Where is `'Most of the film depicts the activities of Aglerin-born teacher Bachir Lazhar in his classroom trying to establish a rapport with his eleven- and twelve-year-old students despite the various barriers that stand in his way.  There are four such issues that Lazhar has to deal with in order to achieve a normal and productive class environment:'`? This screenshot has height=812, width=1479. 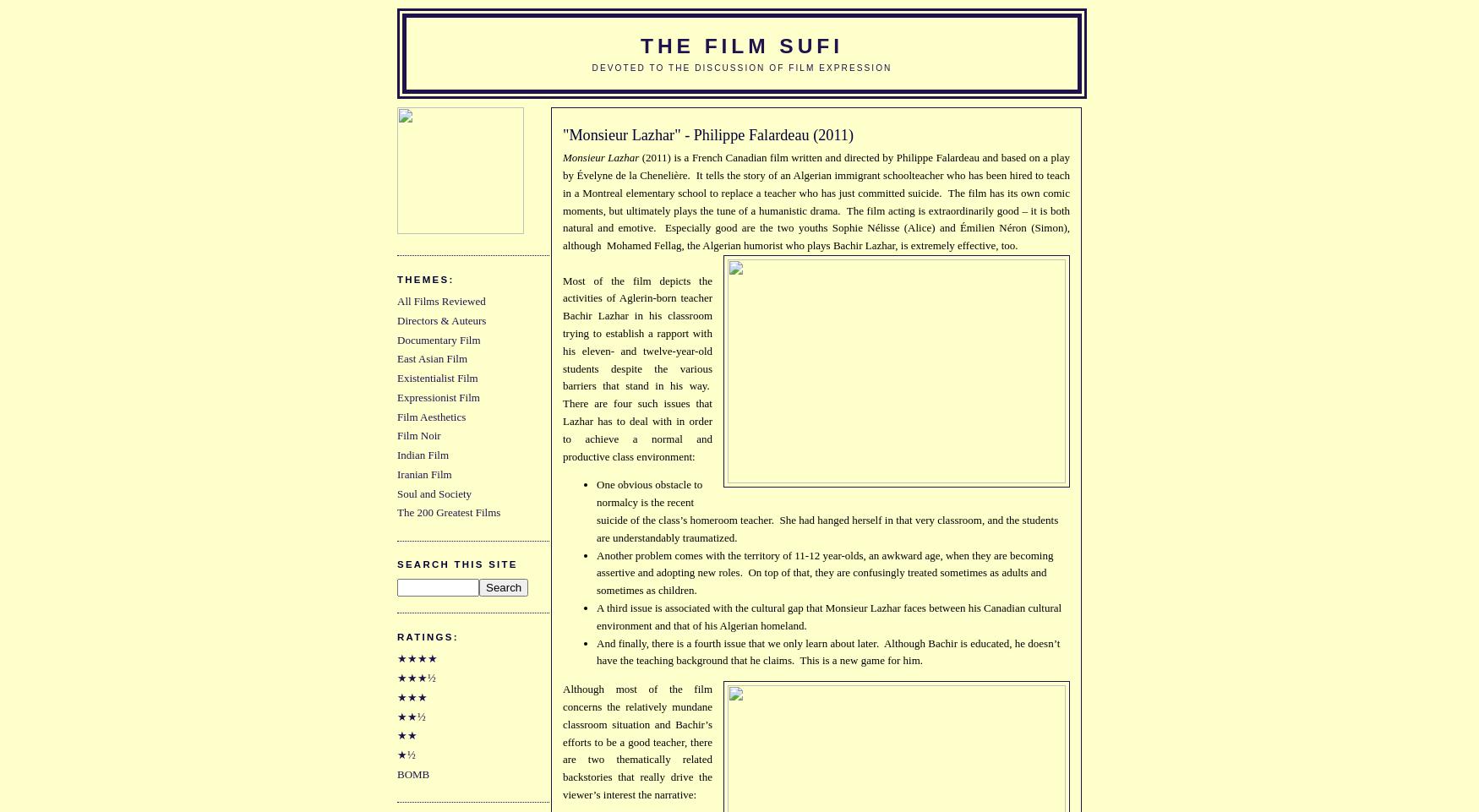 'Most of the film depicts the activities of Aglerin-born teacher Bachir Lazhar in his classroom trying to establish a rapport with his eleven- and twelve-year-old students despite the various barriers that stand in his way.  There are four such issues that Lazhar has to deal with in order to achieve a normal and productive class environment:' is located at coordinates (636, 367).